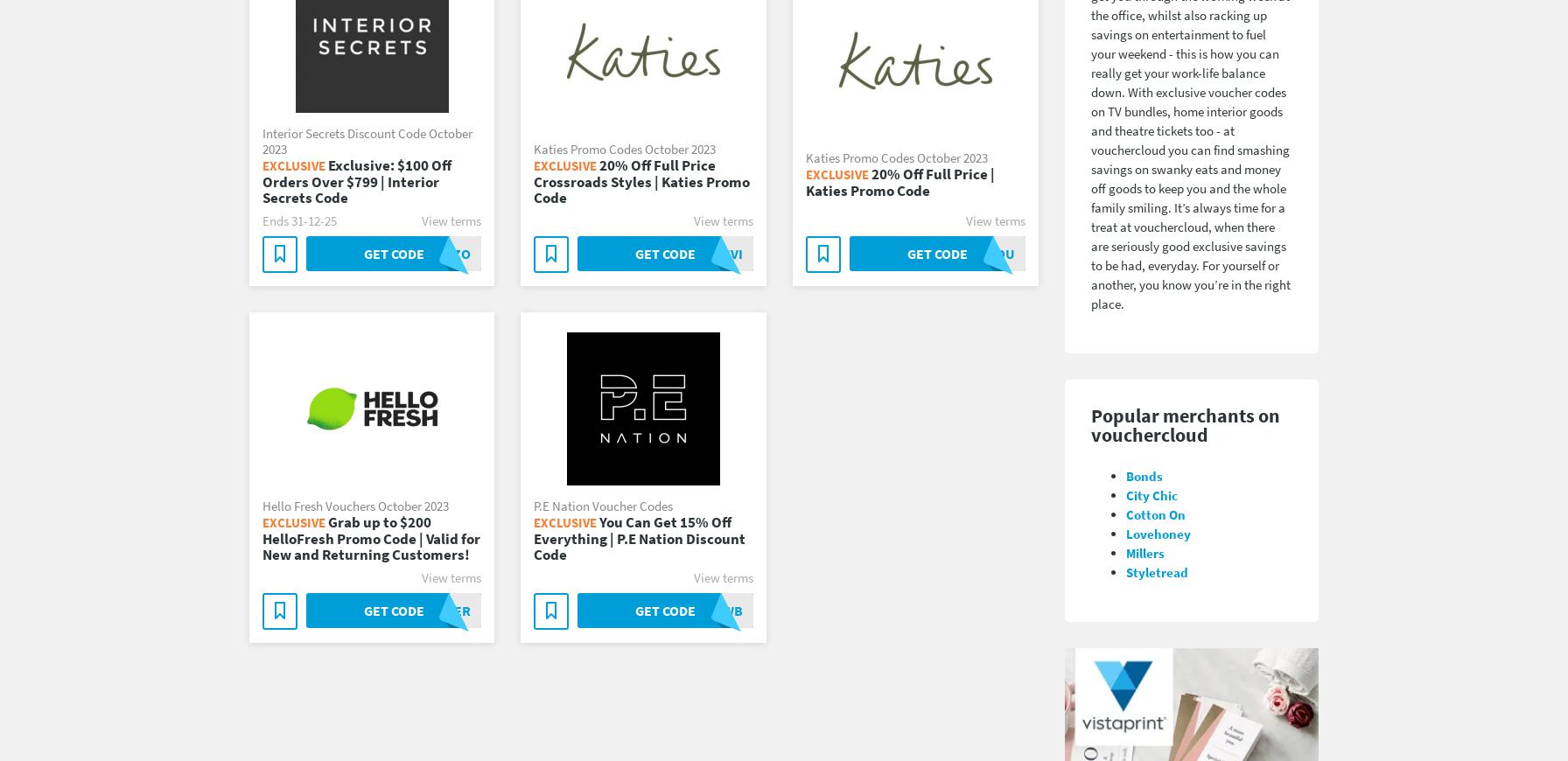 This screenshot has height=761, width=1568. I want to click on 'SBQU', so click(996, 253).